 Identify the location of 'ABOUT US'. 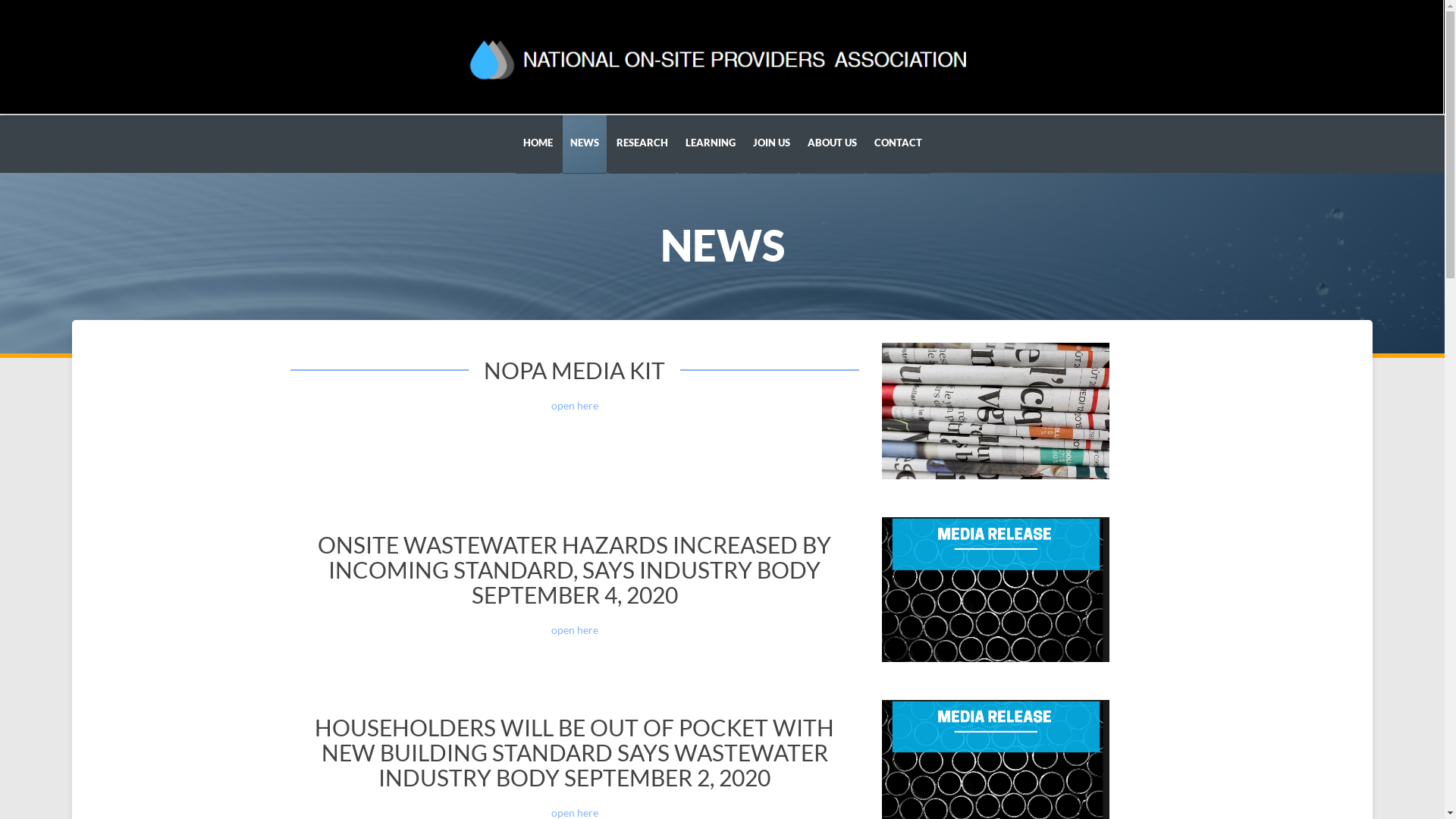
(799, 144).